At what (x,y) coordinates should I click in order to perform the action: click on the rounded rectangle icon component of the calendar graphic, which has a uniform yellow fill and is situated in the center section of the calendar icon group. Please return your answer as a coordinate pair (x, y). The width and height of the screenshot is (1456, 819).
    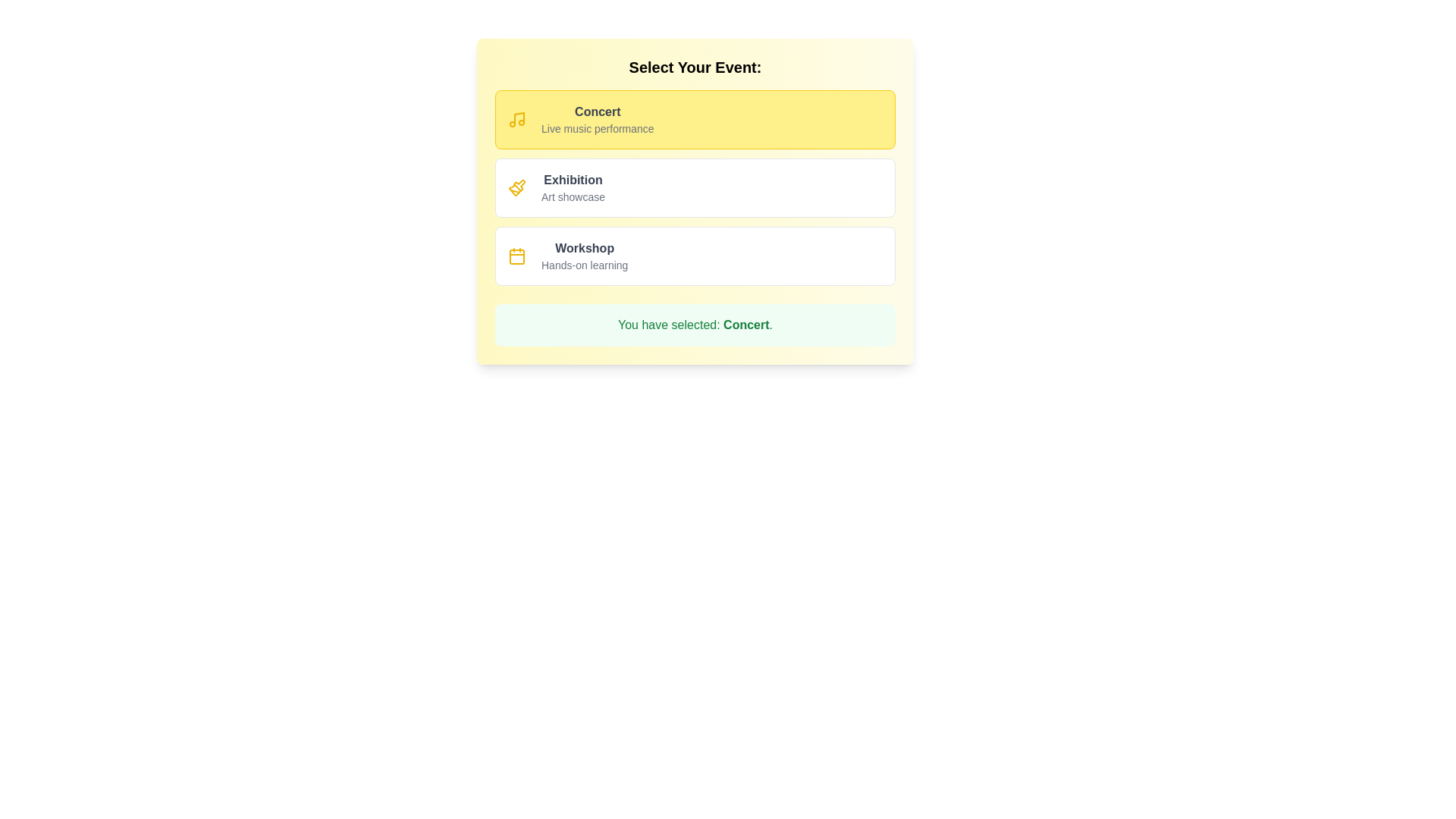
    Looking at the image, I should click on (516, 256).